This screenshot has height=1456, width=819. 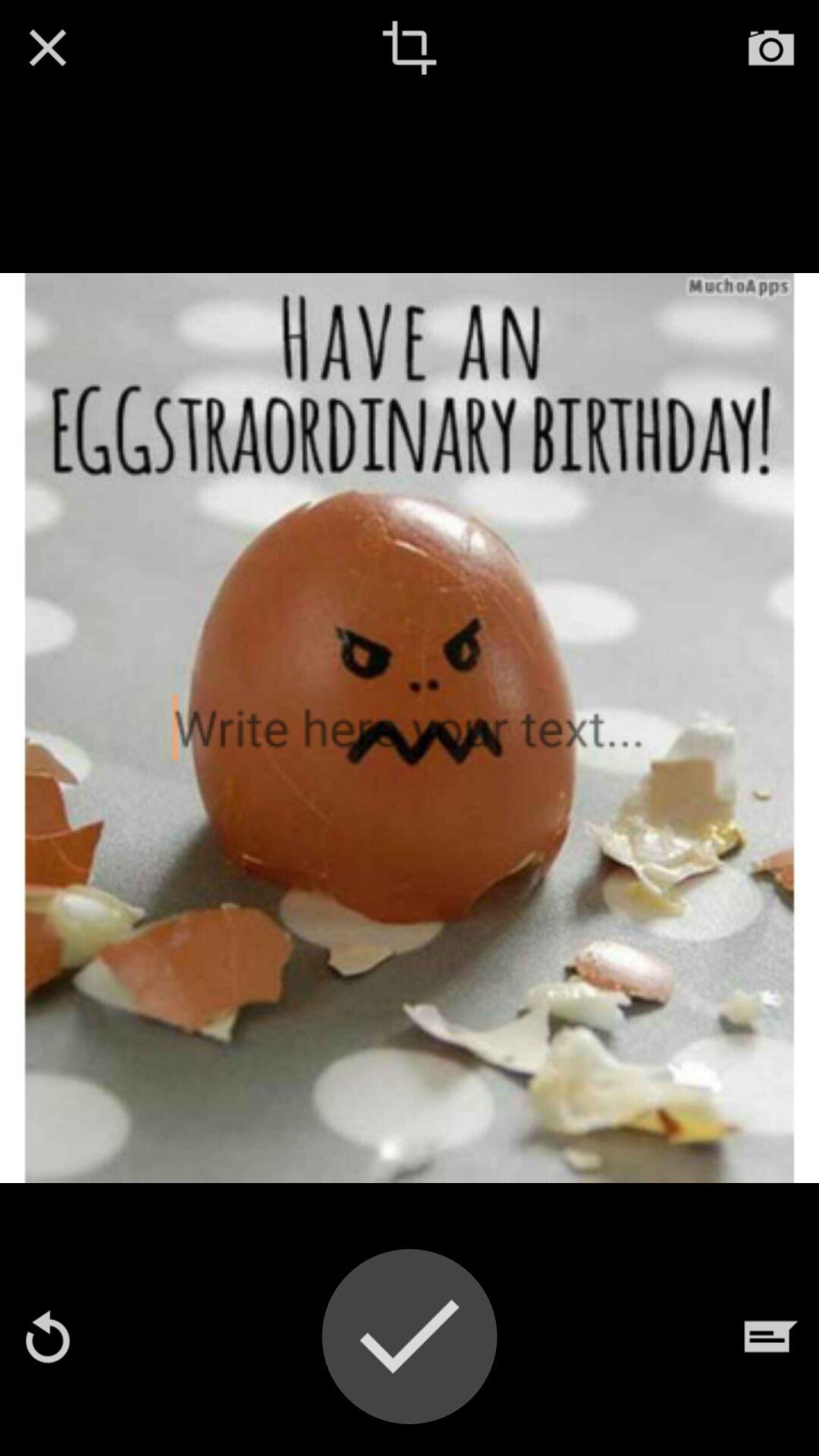 I want to click on the close icon, so click(x=46, y=47).